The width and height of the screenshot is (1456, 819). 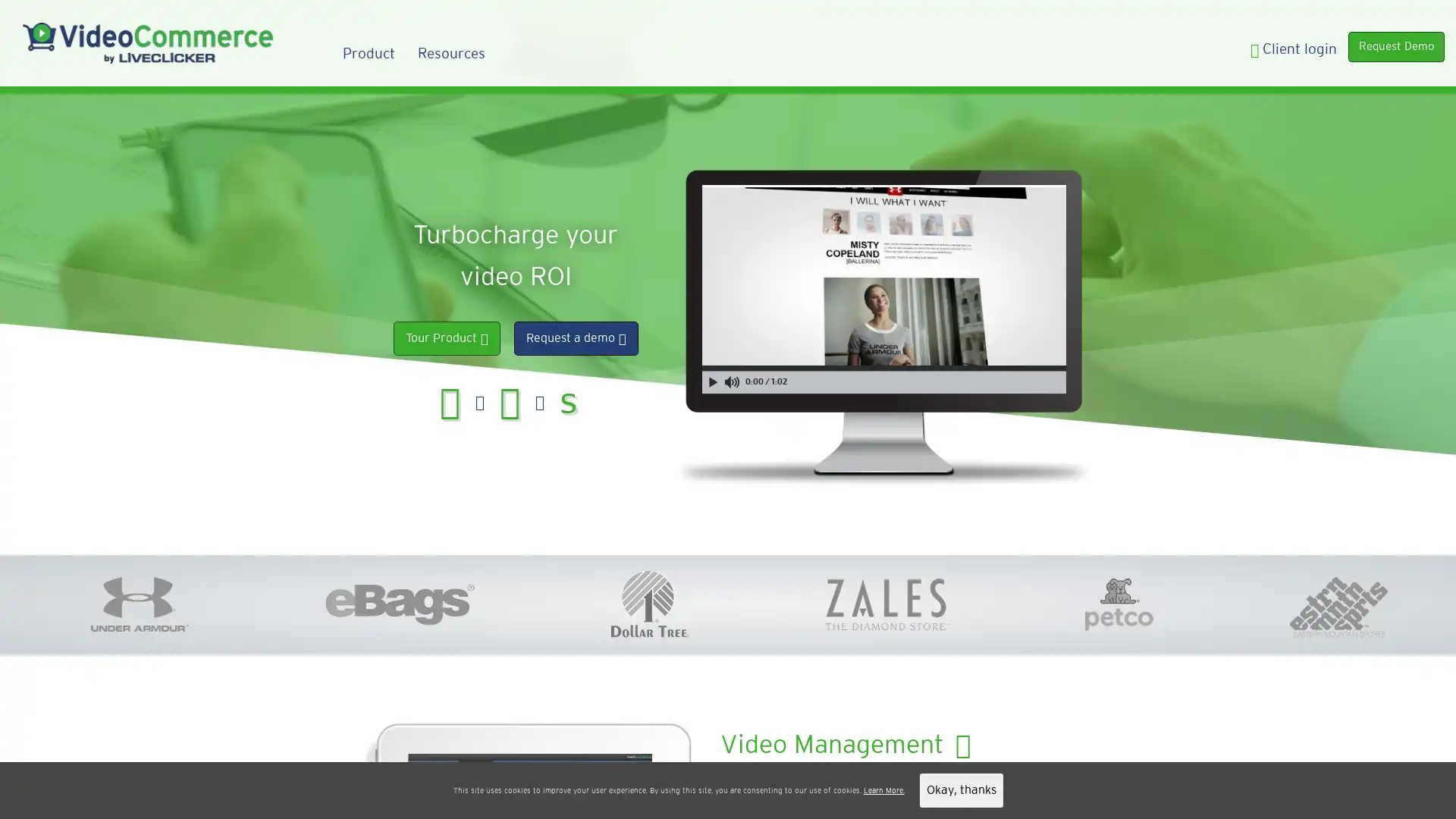 What do you see at coordinates (574, 337) in the screenshot?
I see `Request a demo` at bounding box center [574, 337].